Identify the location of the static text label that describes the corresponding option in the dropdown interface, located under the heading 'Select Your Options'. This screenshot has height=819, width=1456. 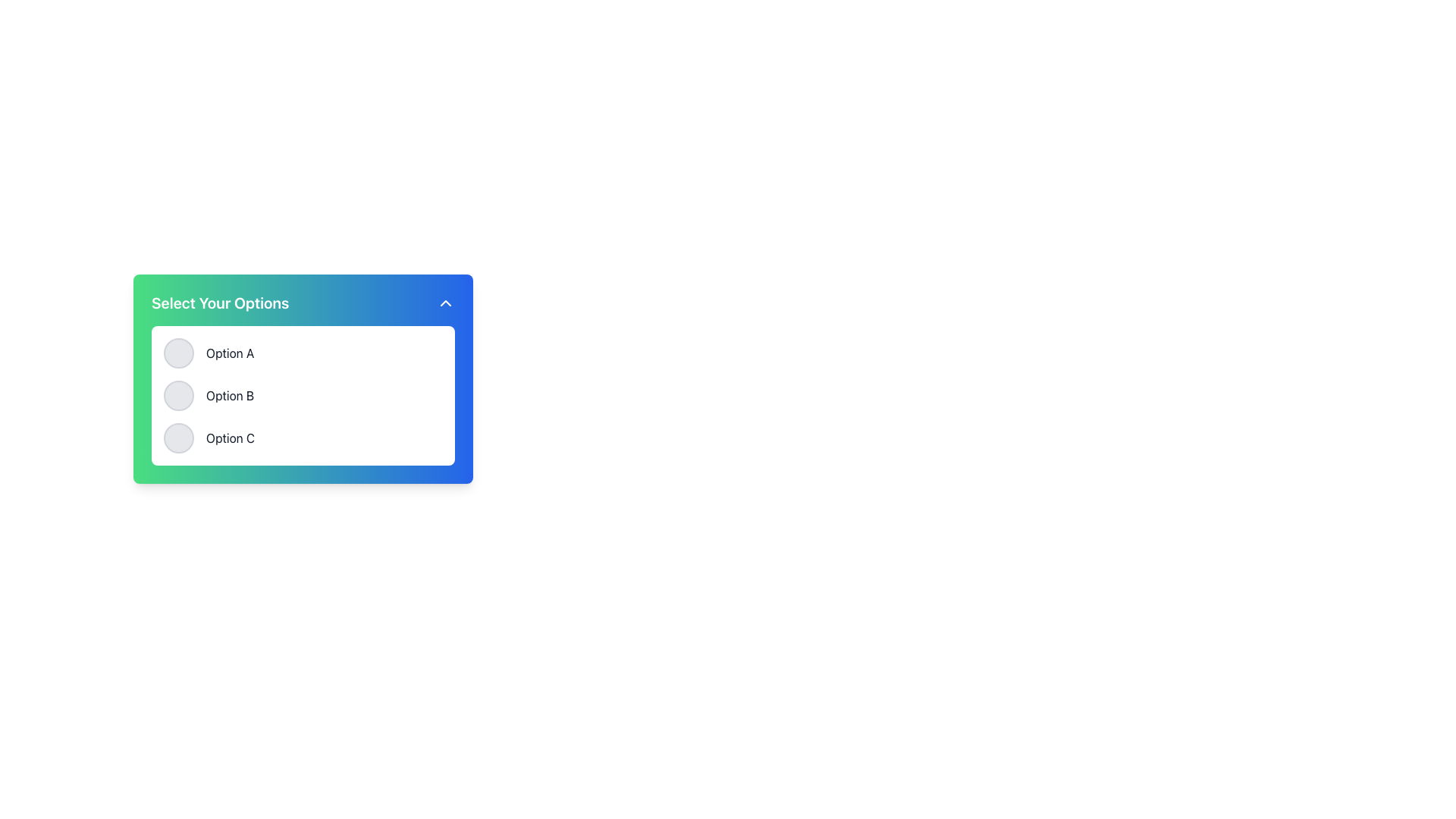
(229, 353).